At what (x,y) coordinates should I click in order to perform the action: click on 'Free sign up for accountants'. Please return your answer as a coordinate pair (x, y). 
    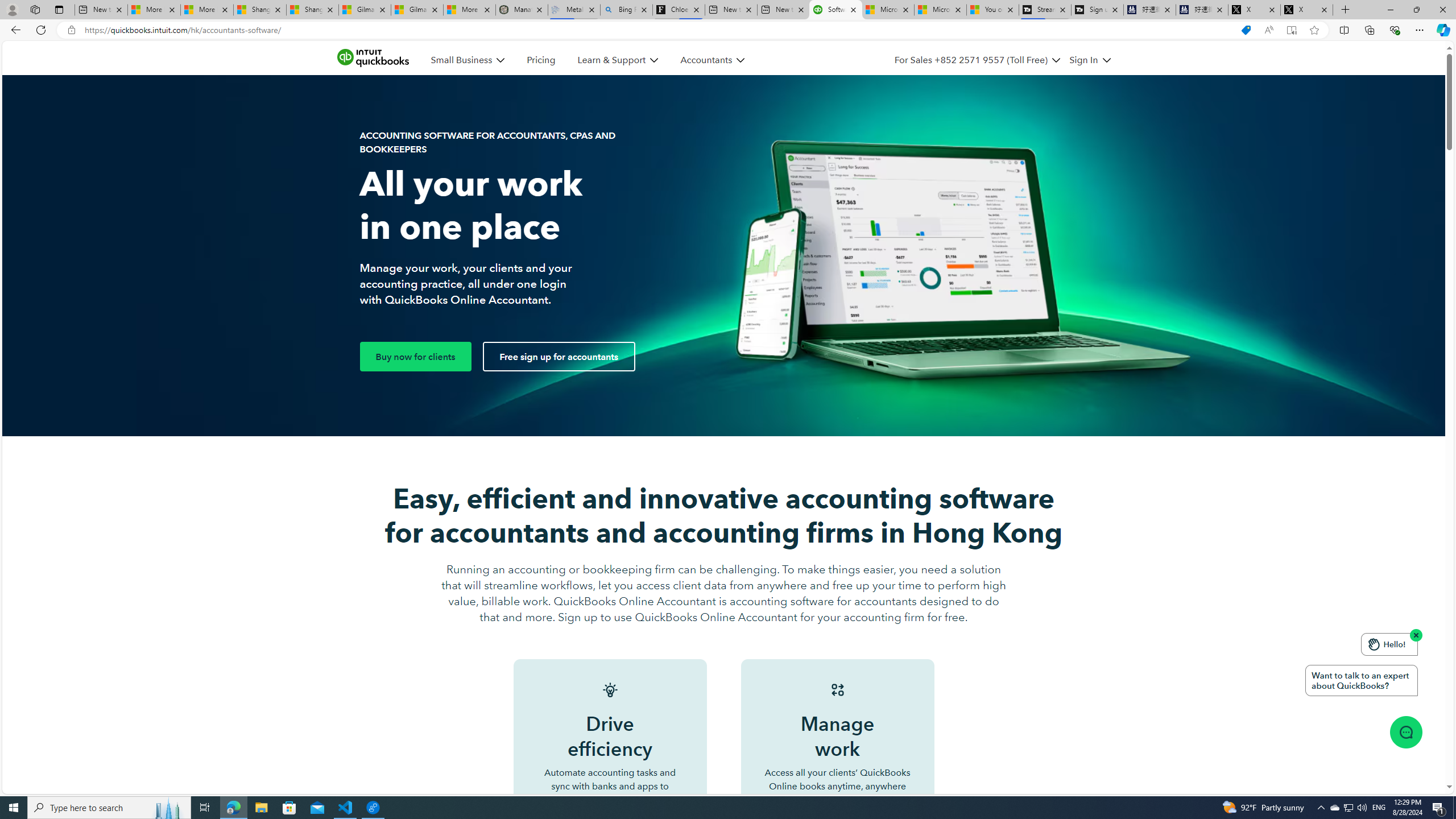
    Looking at the image, I should click on (558, 357).